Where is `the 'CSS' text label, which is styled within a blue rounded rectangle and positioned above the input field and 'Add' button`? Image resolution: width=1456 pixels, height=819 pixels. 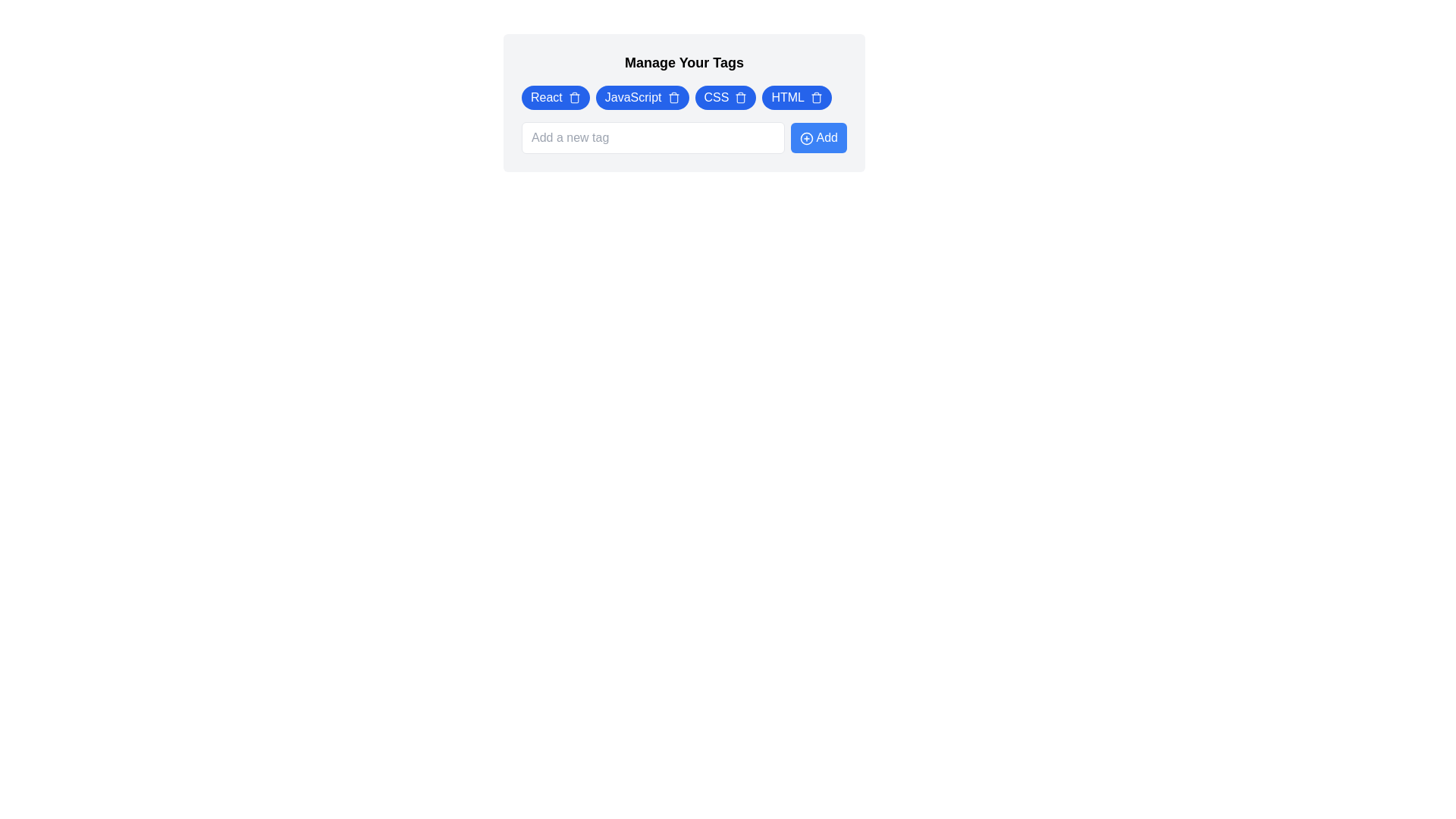
the 'CSS' text label, which is styled within a blue rounded rectangle and positioned above the input field and 'Add' button is located at coordinates (715, 97).